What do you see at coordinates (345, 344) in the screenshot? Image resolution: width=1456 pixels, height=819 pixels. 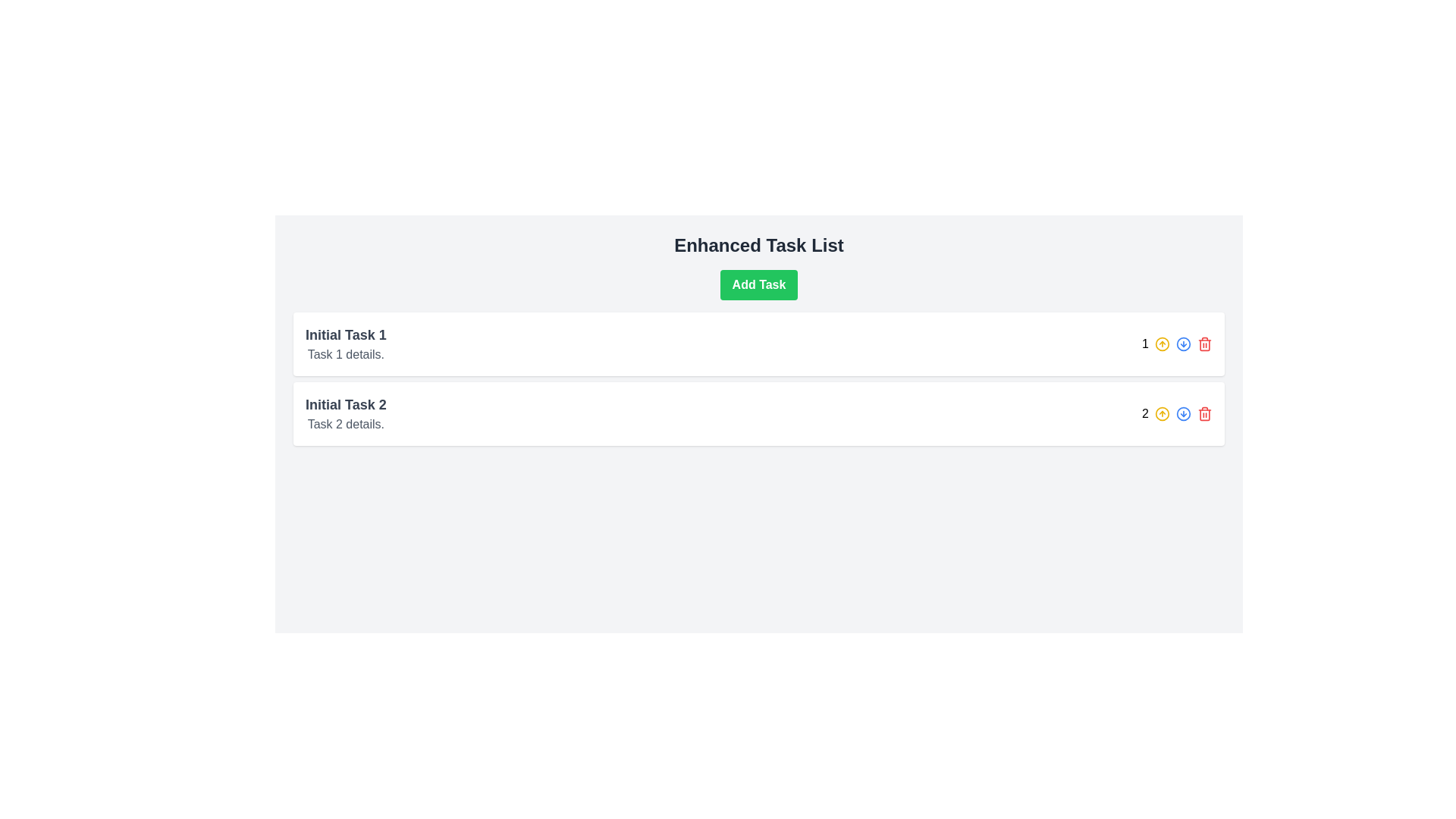 I see `the text block displaying 'Initial Task 1' and 'Task 1 details.' which is the first task item in the vertical list within the card component` at bounding box center [345, 344].